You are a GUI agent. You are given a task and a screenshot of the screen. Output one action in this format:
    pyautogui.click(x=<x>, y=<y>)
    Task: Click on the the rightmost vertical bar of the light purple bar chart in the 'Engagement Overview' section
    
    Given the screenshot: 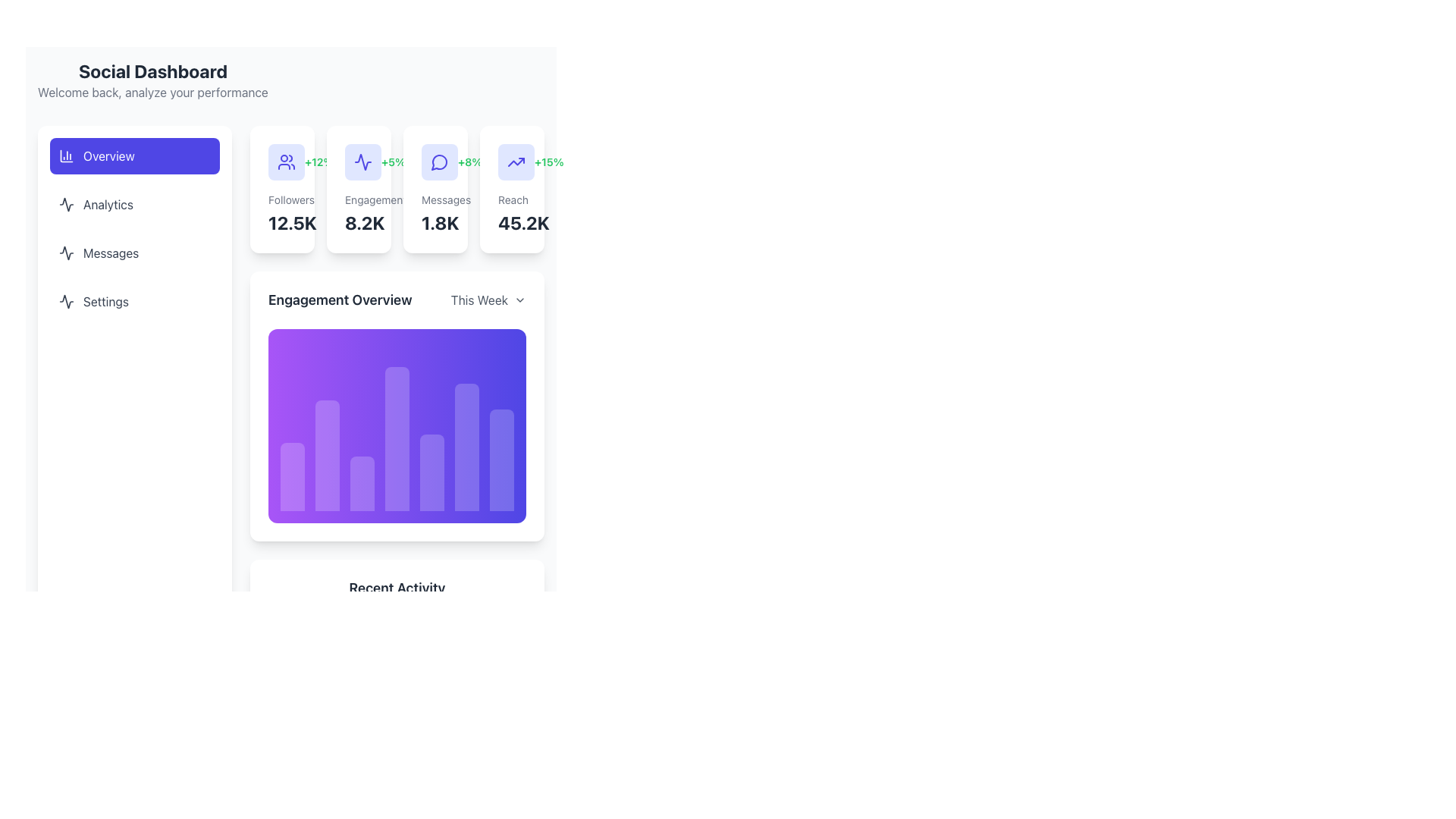 What is the action you would take?
    pyautogui.click(x=502, y=458)
    